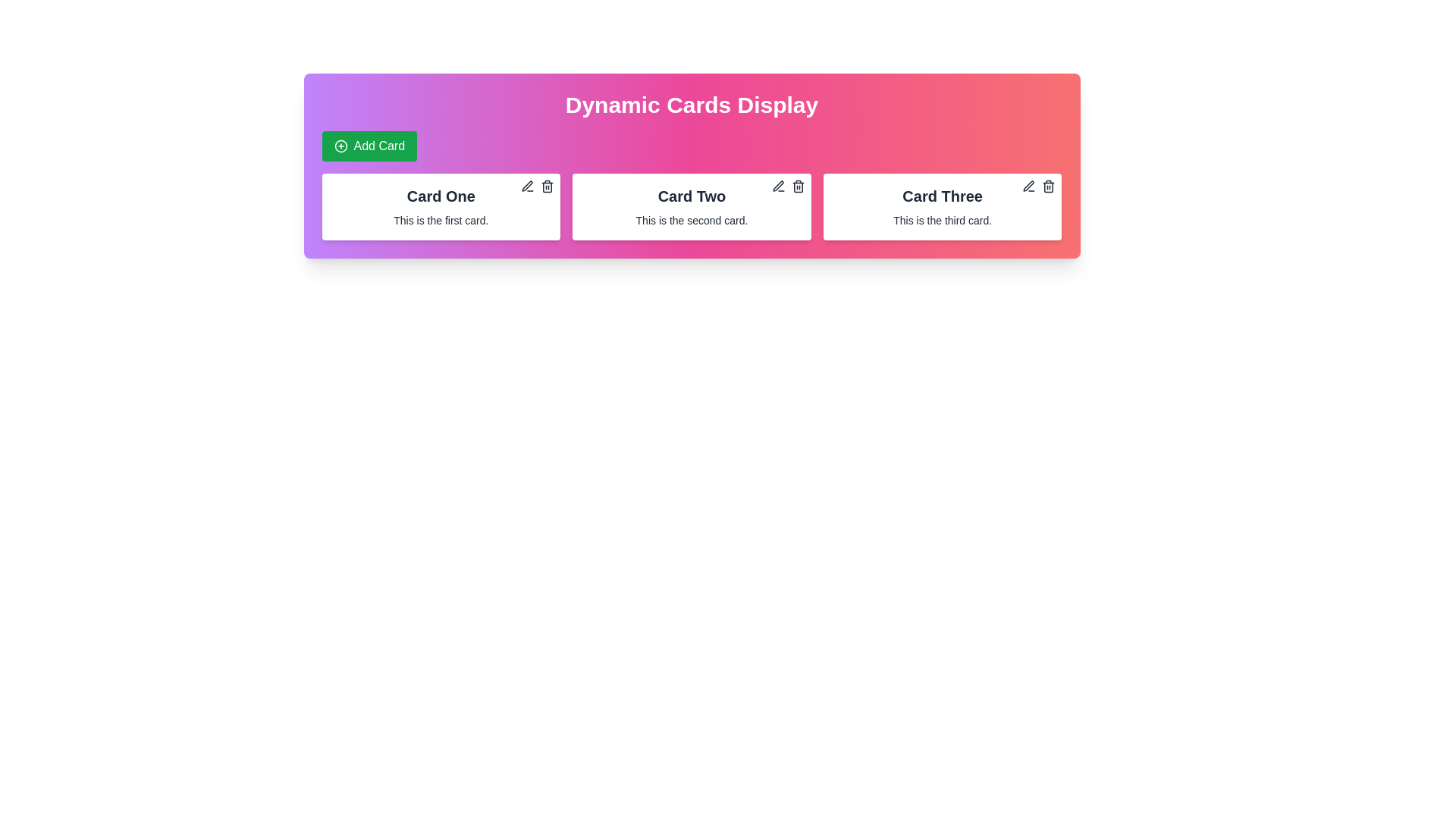 This screenshot has height=819, width=1456. Describe the element at coordinates (1038, 186) in the screenshot. I see `the Interactive Control Group located in the top-right corner of 'Card Three'` at that location.